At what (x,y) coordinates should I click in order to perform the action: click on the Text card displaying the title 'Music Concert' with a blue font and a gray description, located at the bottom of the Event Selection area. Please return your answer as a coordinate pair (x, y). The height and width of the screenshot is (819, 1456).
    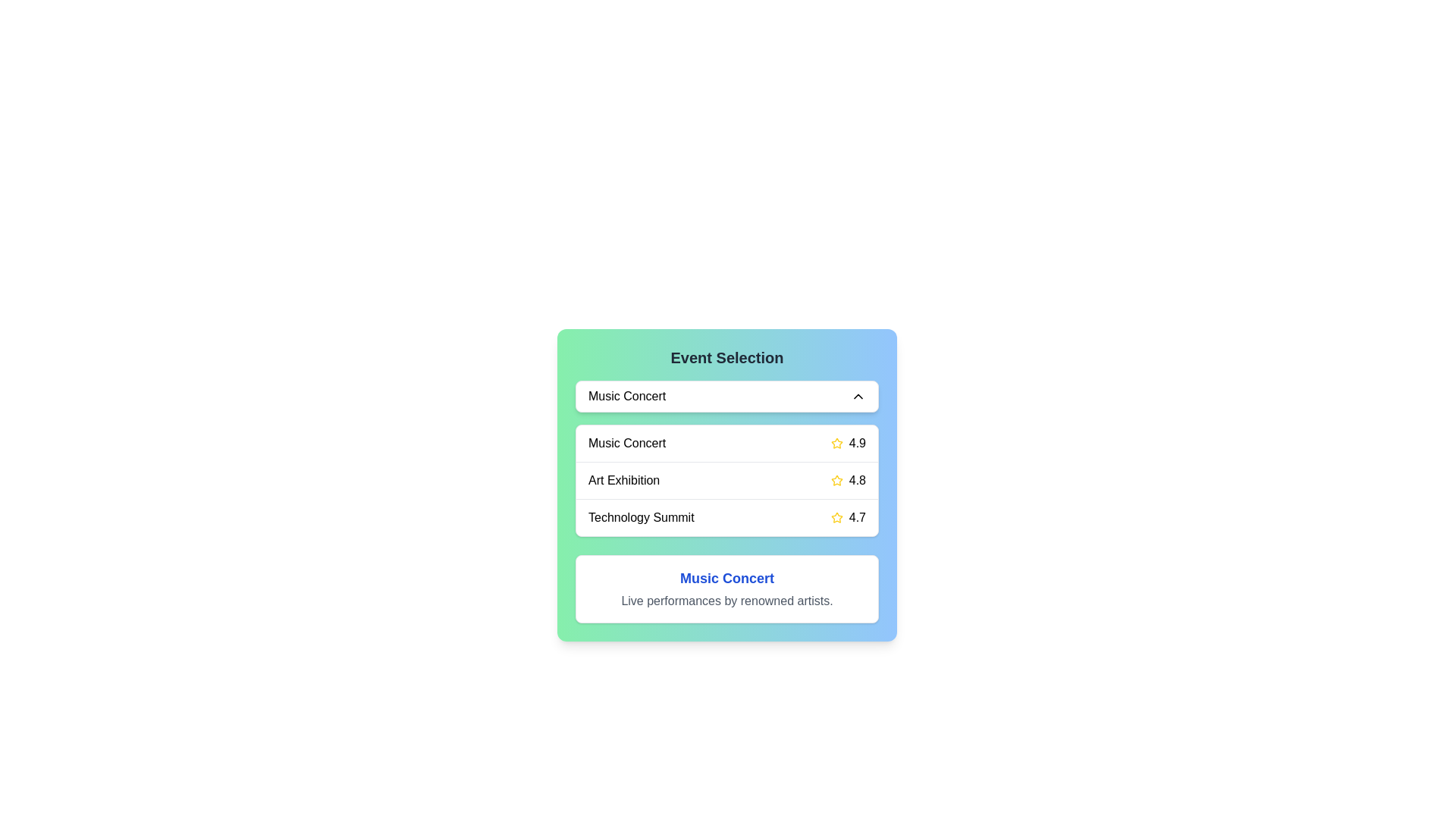
    Looking at the image, I should click on (726, 588).